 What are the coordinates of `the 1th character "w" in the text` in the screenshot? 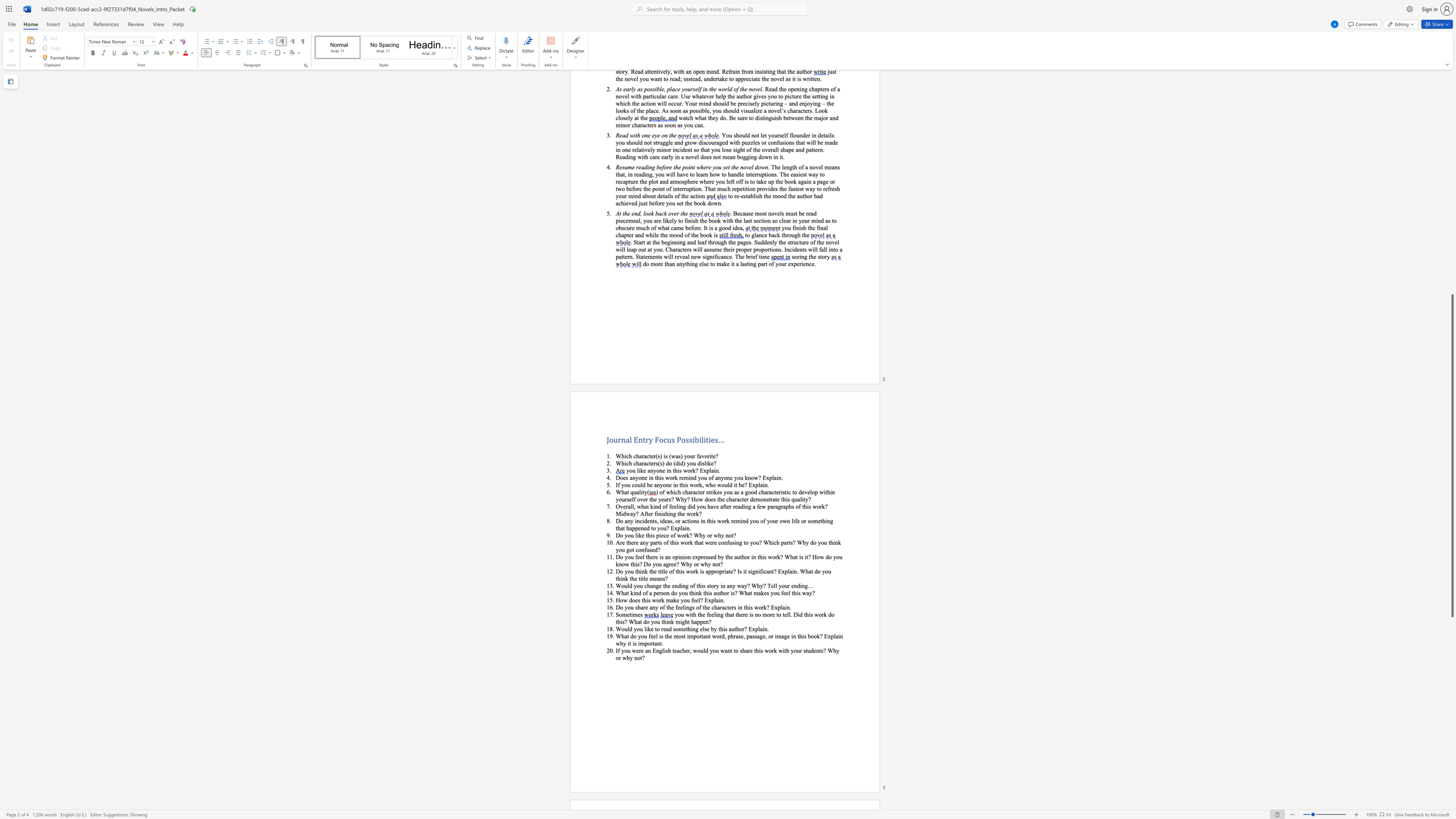 It's located at (679, 535).